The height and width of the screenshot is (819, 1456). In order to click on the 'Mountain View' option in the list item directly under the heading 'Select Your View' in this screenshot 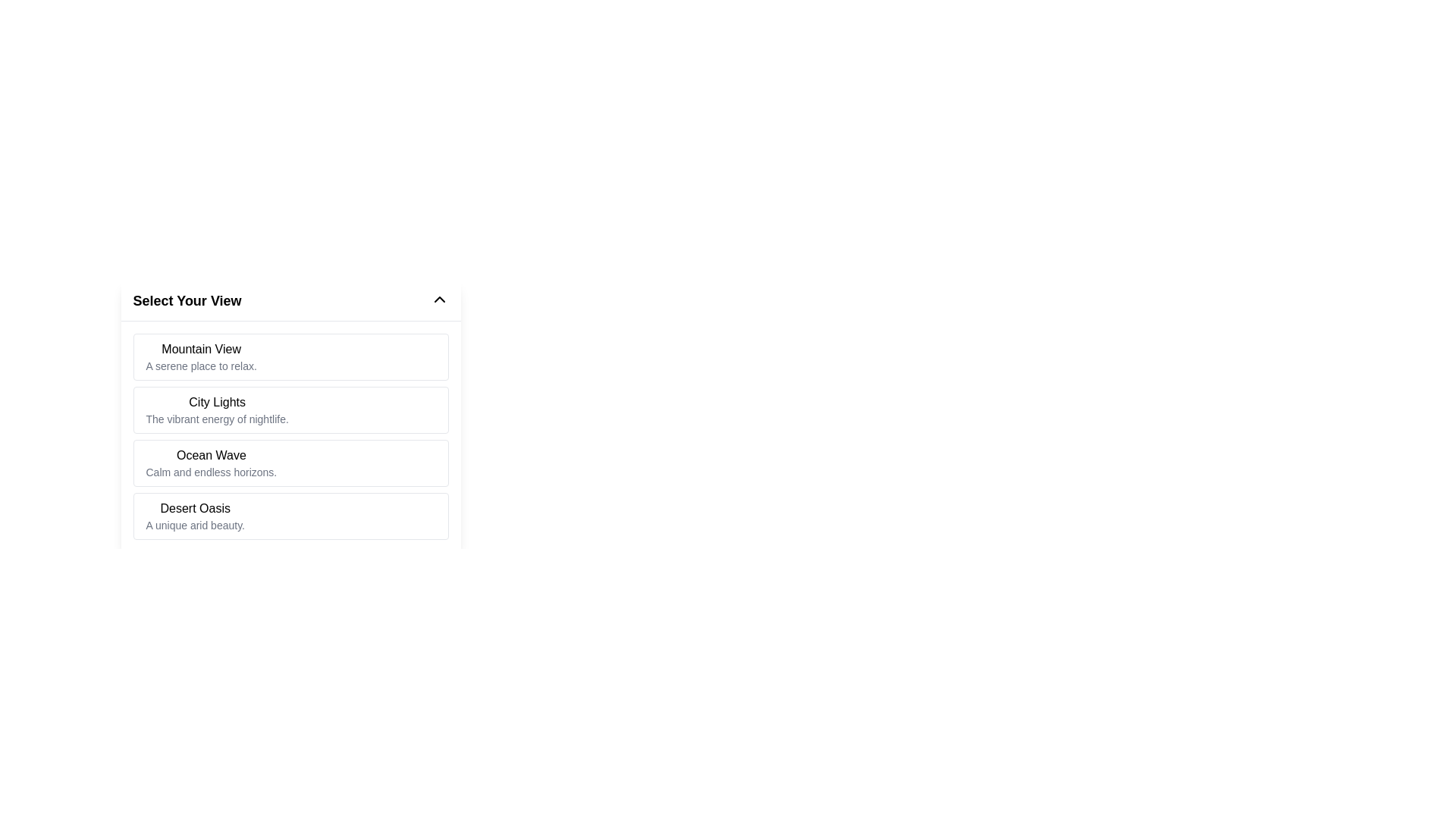, I will do `click(200, 356)`.